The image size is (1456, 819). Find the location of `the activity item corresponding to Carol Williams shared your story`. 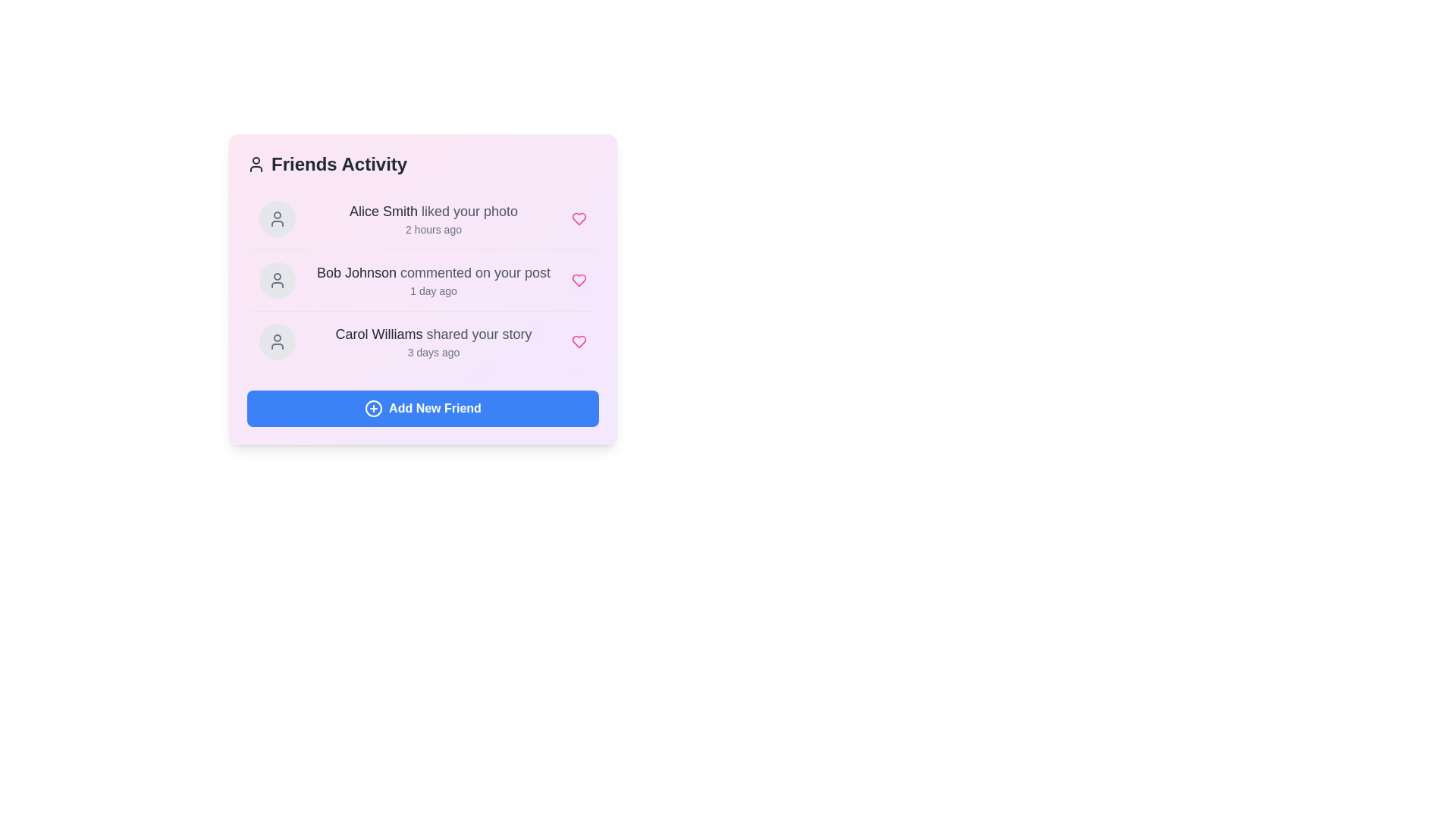

the activity item corresponding to Carol Williams shared your story is located at coordinates (422, 341).